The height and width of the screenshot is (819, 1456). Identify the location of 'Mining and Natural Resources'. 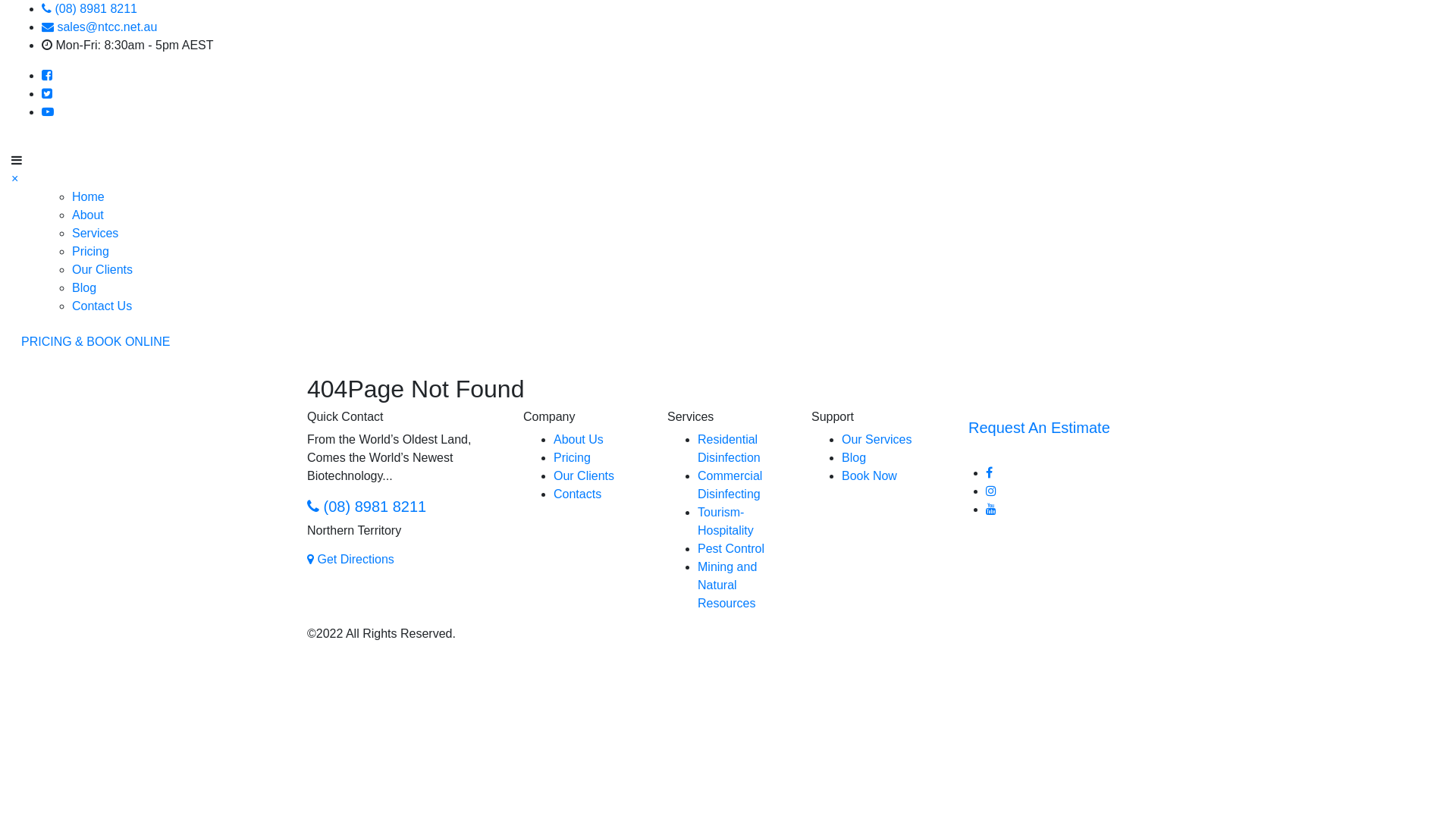
(726, 584).